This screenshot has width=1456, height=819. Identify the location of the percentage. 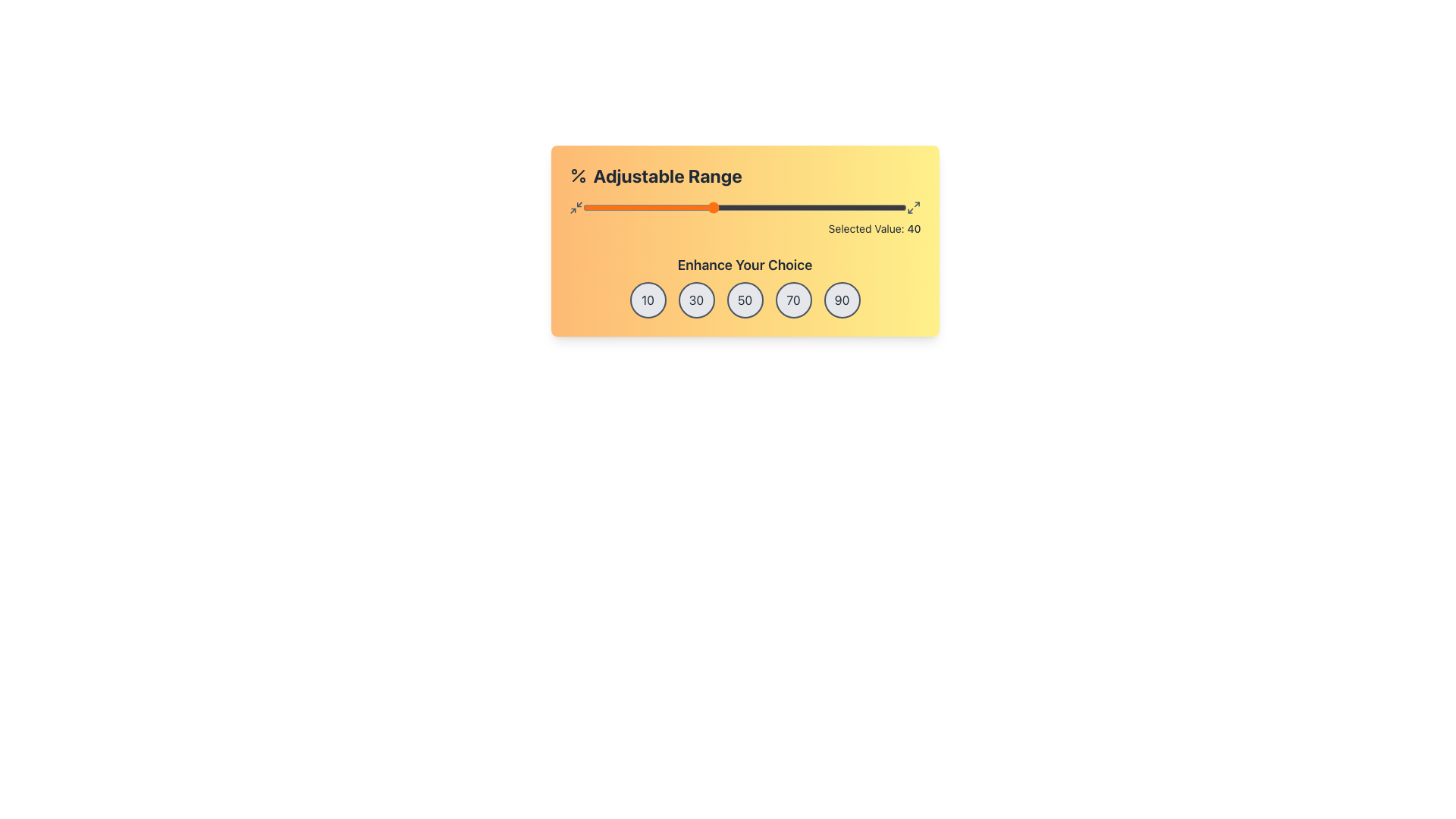
(887, 207).